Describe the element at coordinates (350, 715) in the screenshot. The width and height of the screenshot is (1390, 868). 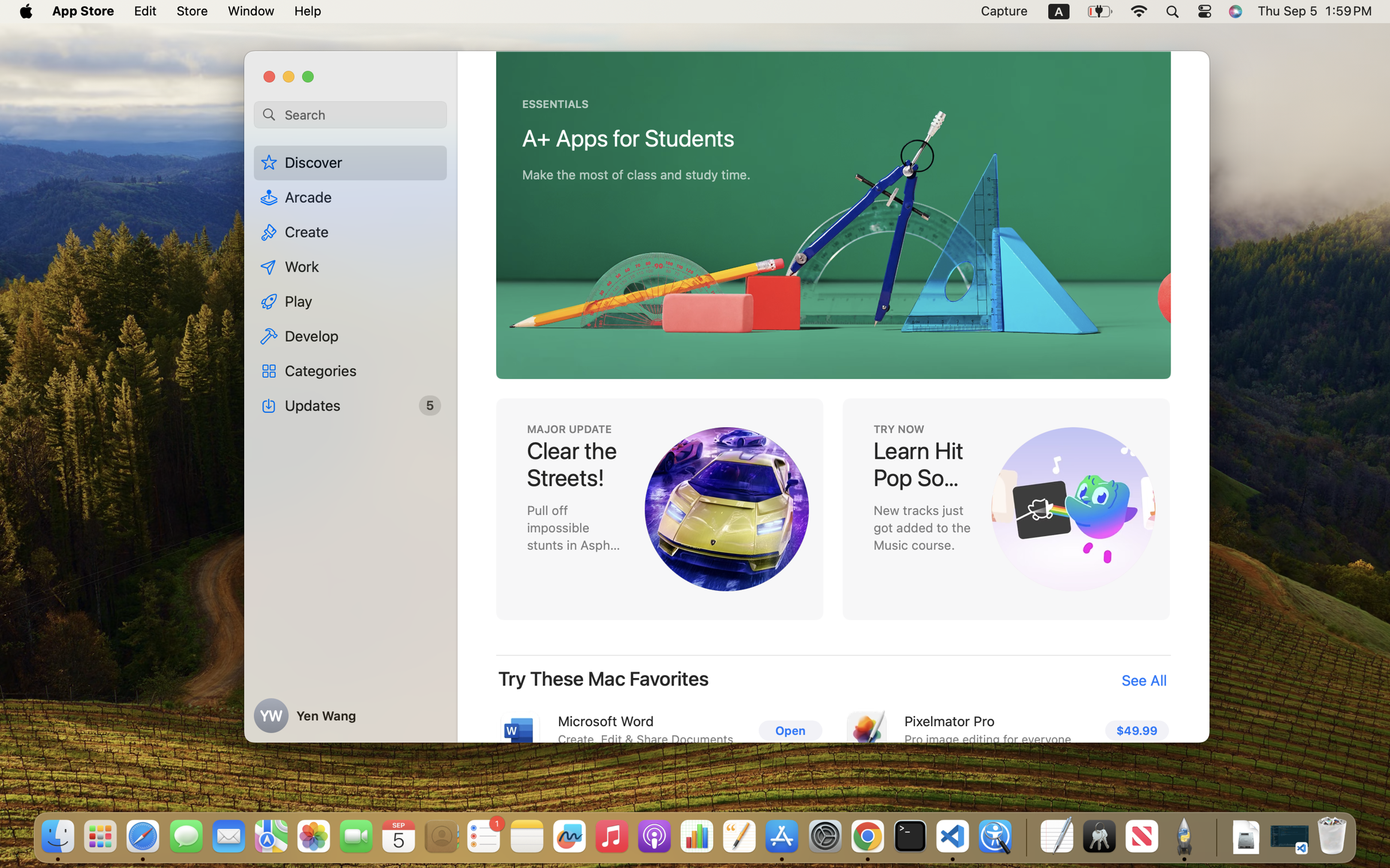
I see `'Yen Wang'` at that location.